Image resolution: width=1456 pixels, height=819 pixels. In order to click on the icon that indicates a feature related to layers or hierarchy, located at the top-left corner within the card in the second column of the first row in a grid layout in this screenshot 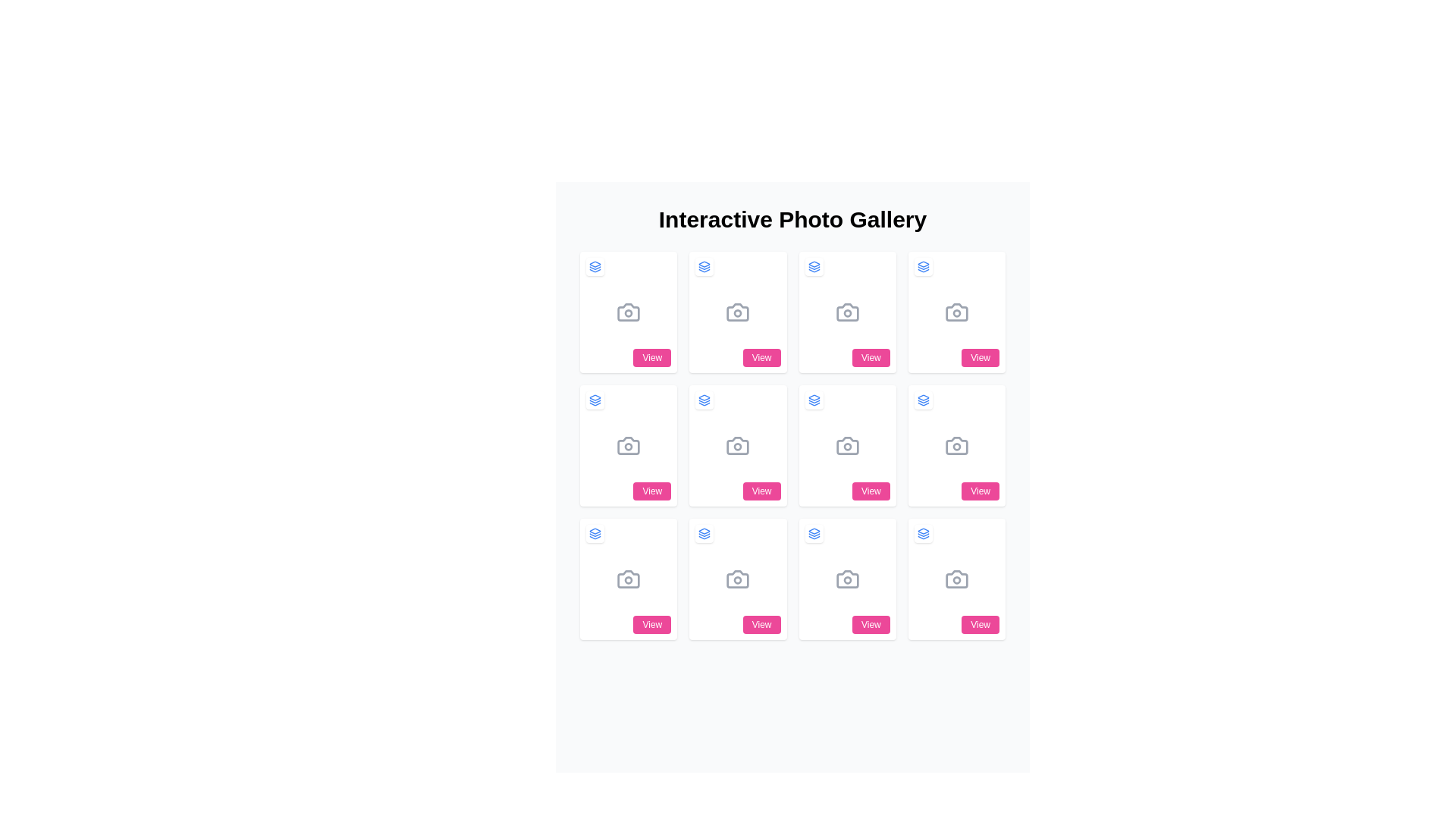, I will do `click(813, 265)`.